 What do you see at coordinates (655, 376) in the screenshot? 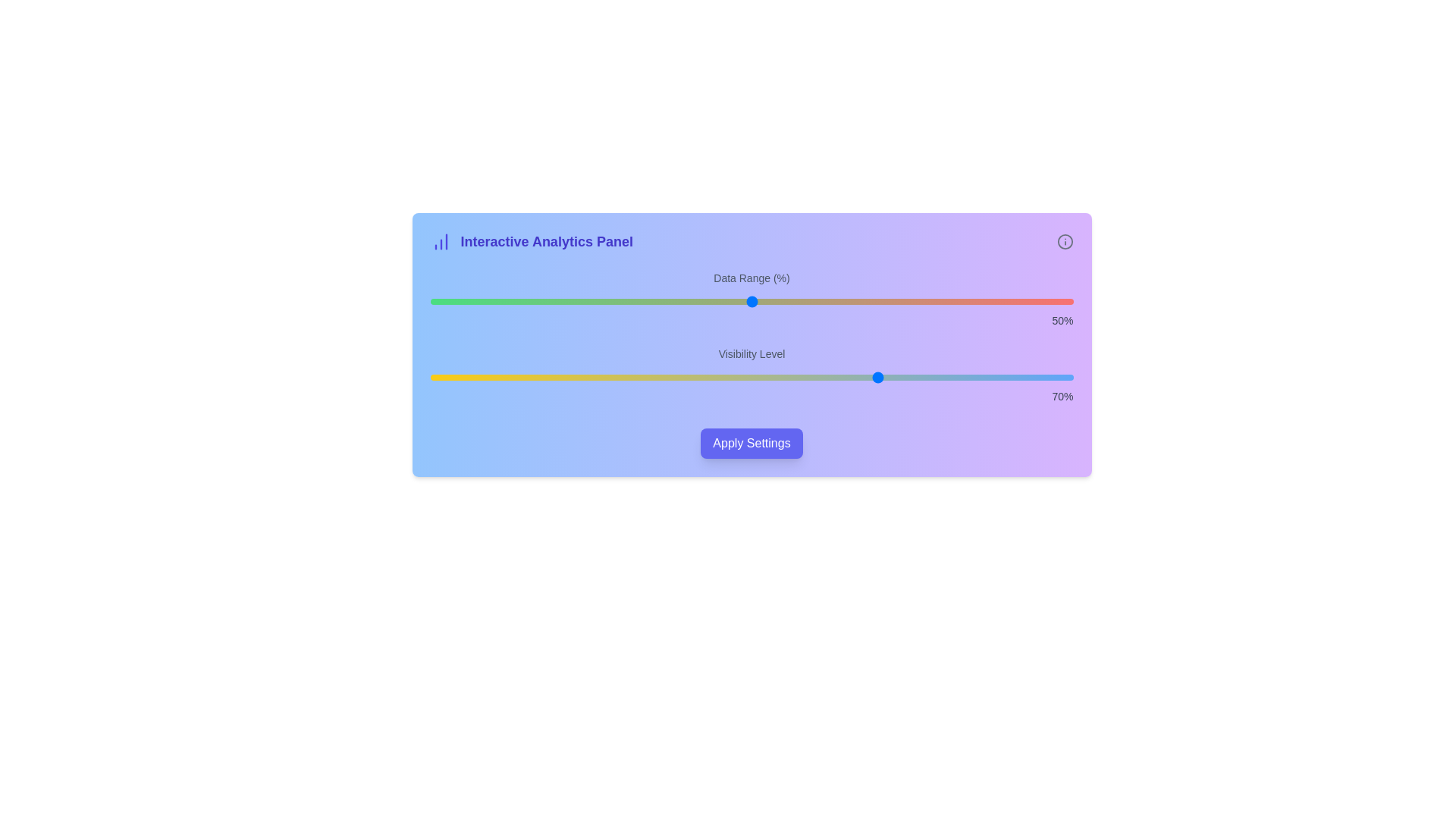
I see `the 'Visibility Level' slider to set its value to 35%` at bounding box center [655, 376].